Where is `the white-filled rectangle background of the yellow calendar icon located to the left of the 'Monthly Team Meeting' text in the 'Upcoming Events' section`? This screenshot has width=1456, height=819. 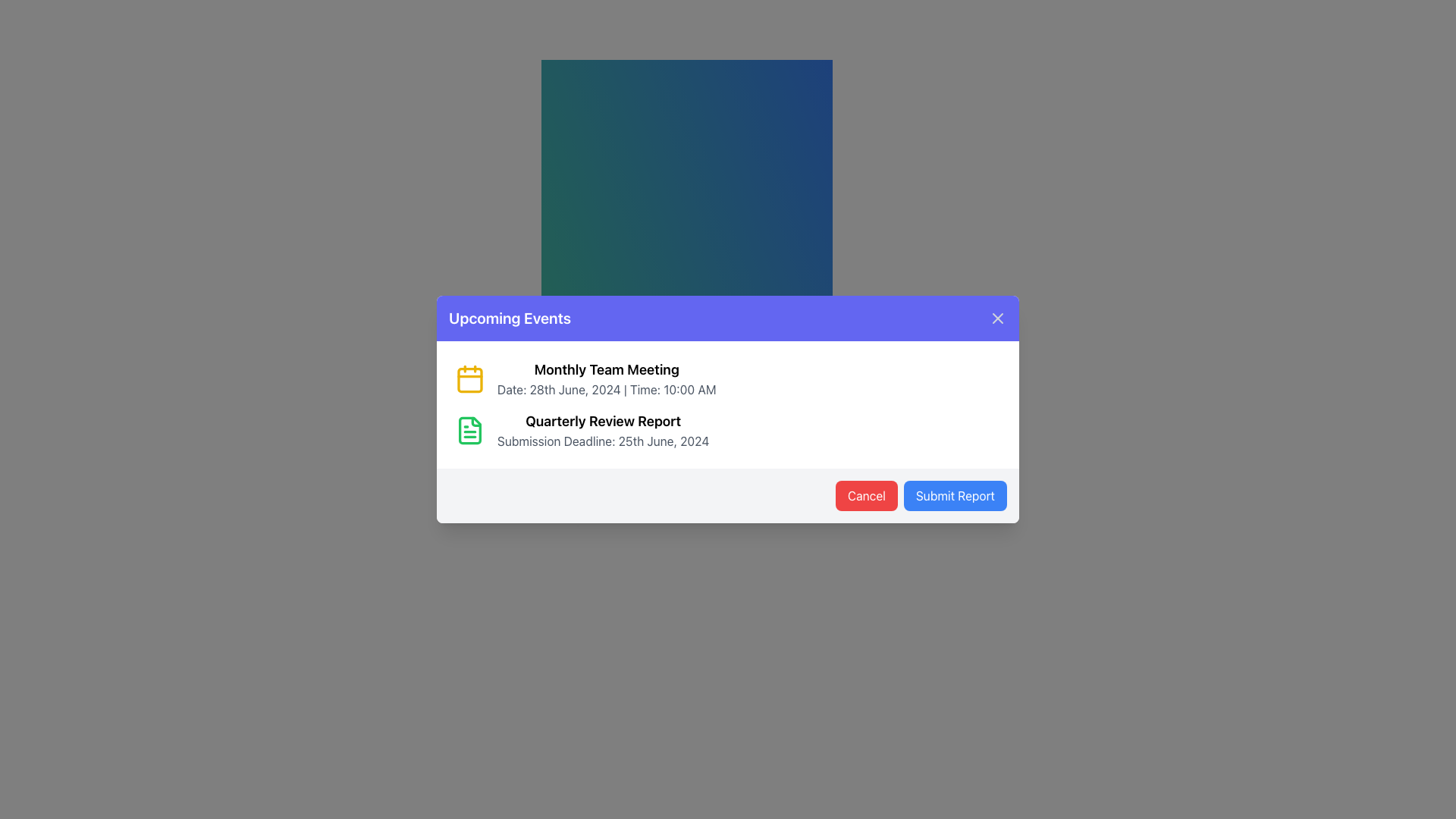 the white-filled rectangle background of the yellow calendar icon located to the left of the 'Monthly Team Meeting' text in the 'Upcoming Events' section is located at coordinates (469, 379).